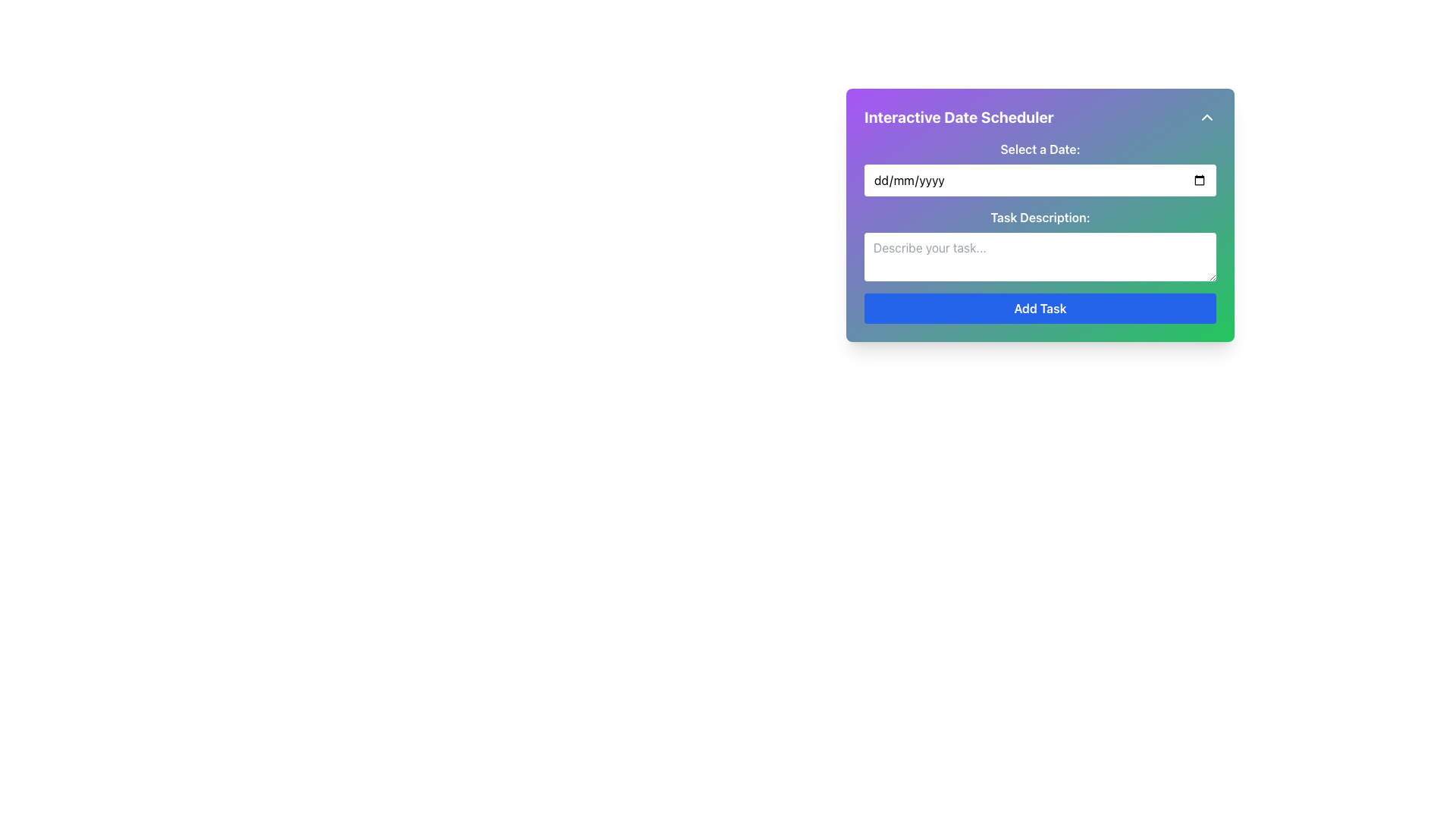 Image resolution: width=1456 pixels, height=819 pixels. What do you see at coordinates (1040, 217) in the screenshot?
I see `the text label displaying 'Task Description:'` at bounding box center [1040, 217].